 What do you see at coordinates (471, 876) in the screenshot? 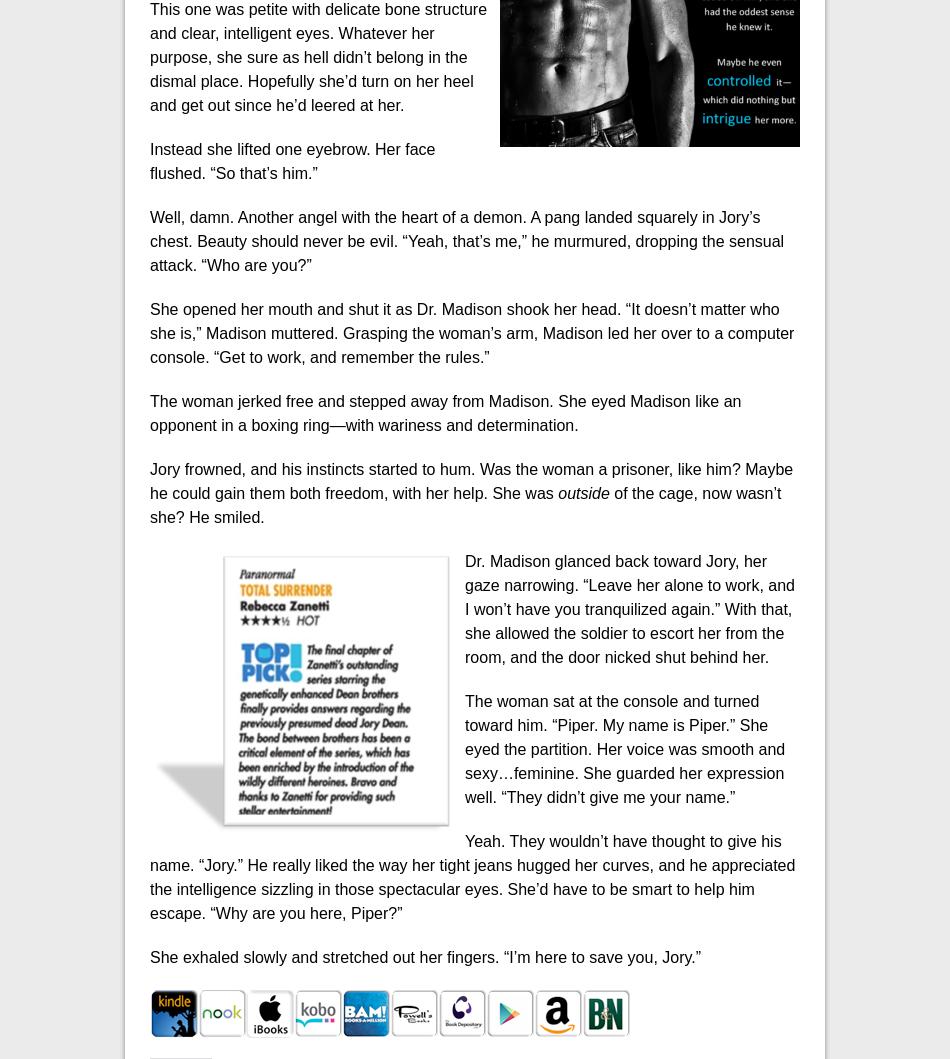
I see `'Yeah. They wouldn’t have thought to give his name. “Jory.” He really liked the way her tight jeans hugged her curves, and he appreciated the intelligence sizzling in those spectacular eyes. She’d have to be smart to help him escape. “Why are you here, Piper?”'` at bounding box center [471, 876].